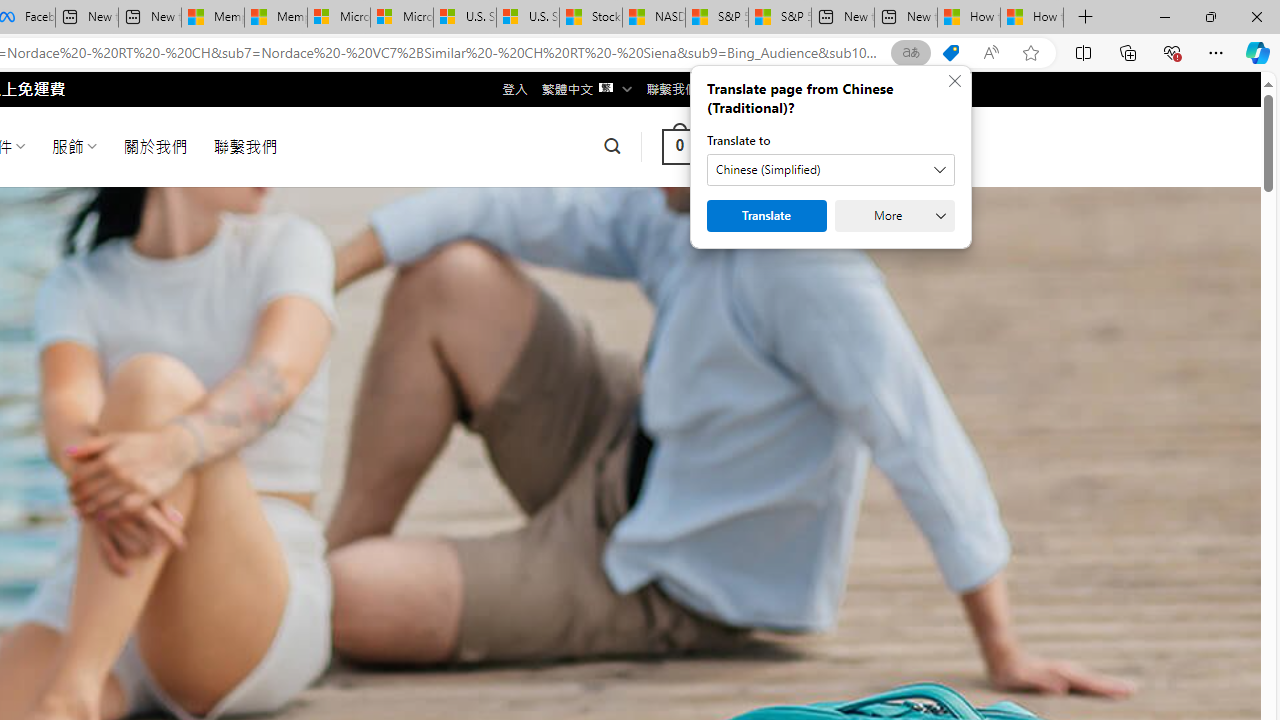  I want to click on 'Settings and more (Alt+F)', so click(1215, 51).